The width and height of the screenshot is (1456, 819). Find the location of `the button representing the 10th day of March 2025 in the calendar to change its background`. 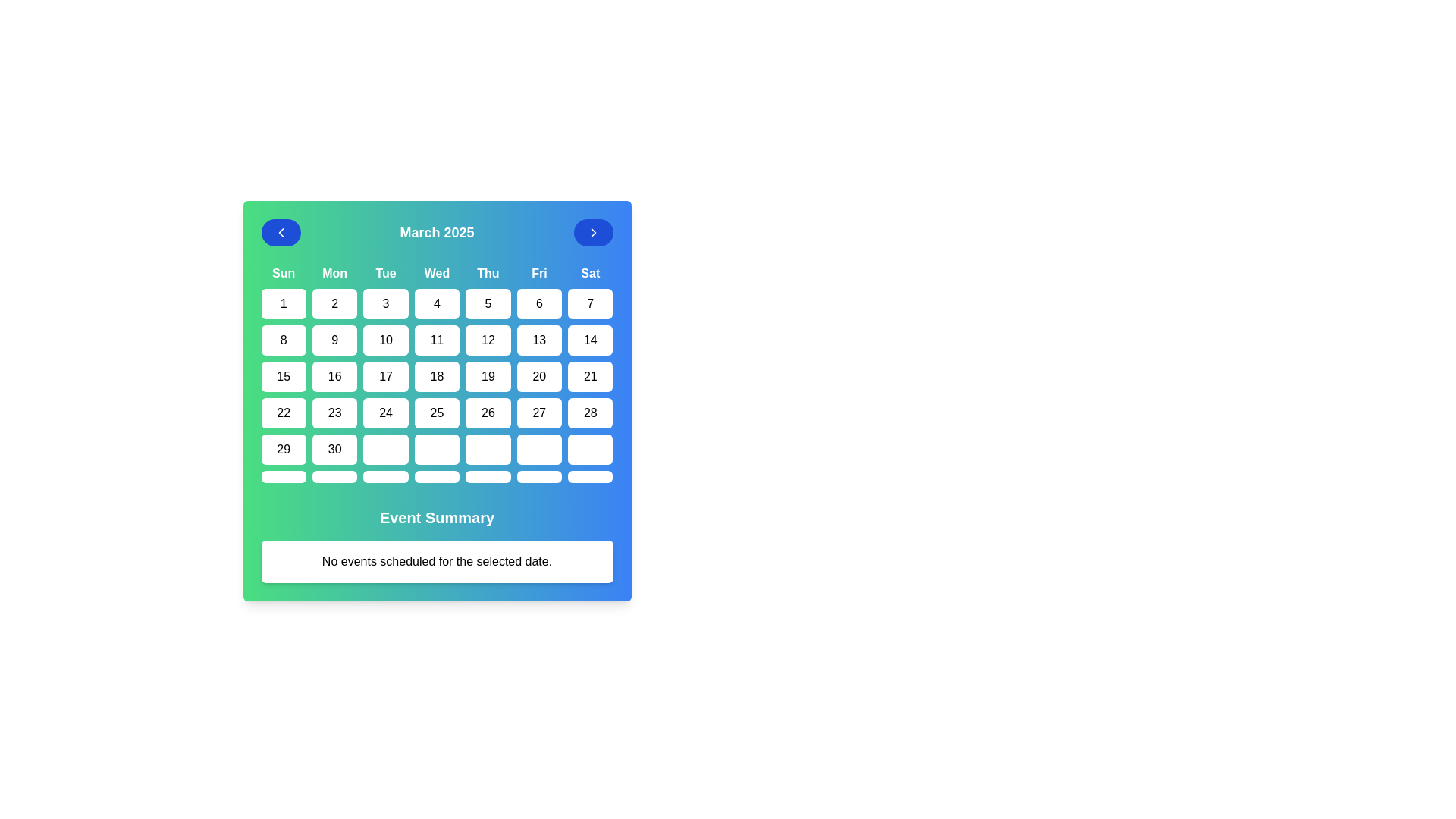

the button representing the 10th day of March 2025 in the calendar to change its background is located at coordinates (385, 339).